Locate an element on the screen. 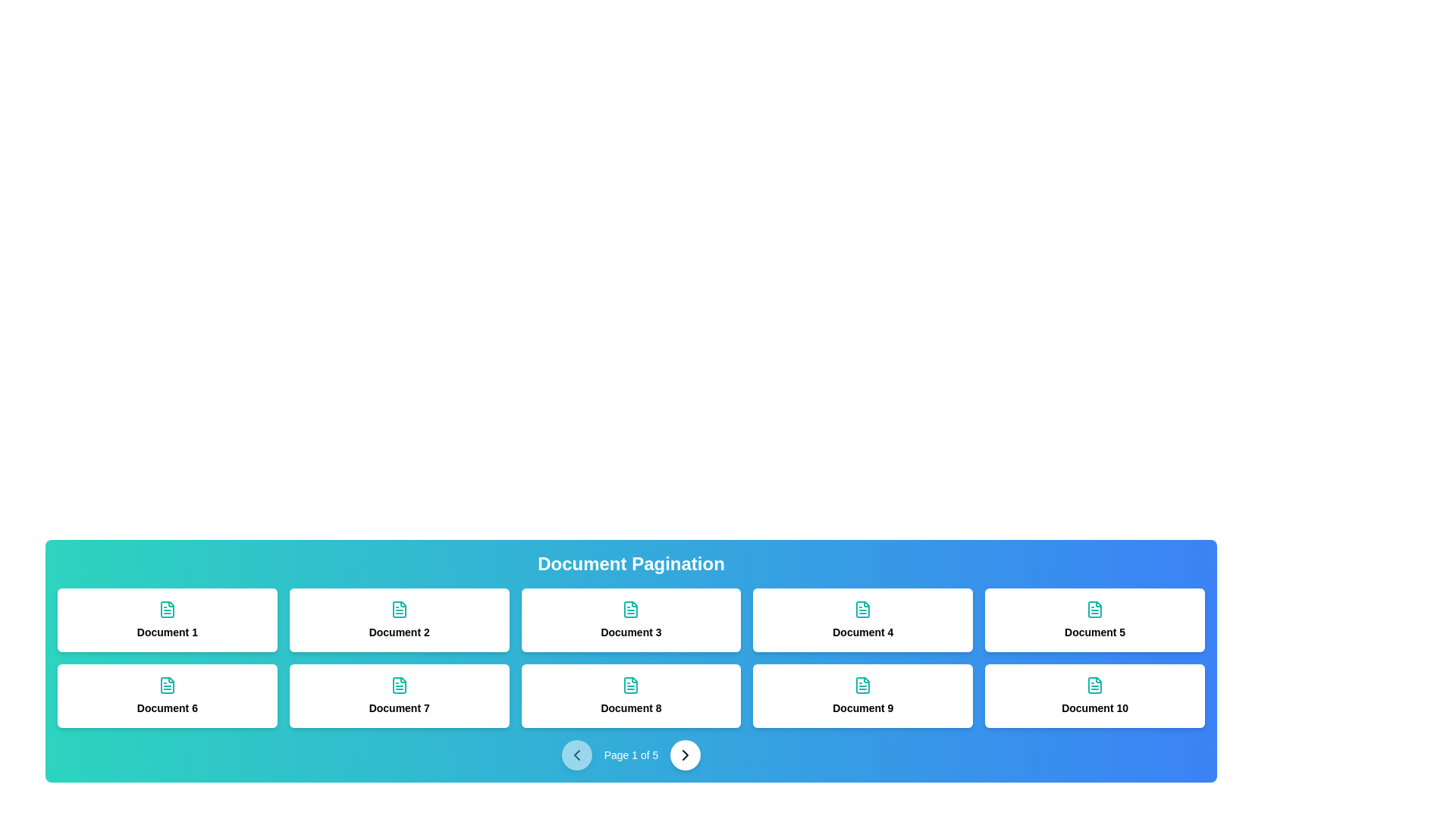 Image resolution: width=1456 pixels, height=819 pixels. the document icon centered within the card labeled 'Document 5' located in the top-right corner of the document grid is located at coordinates (1095, 608).